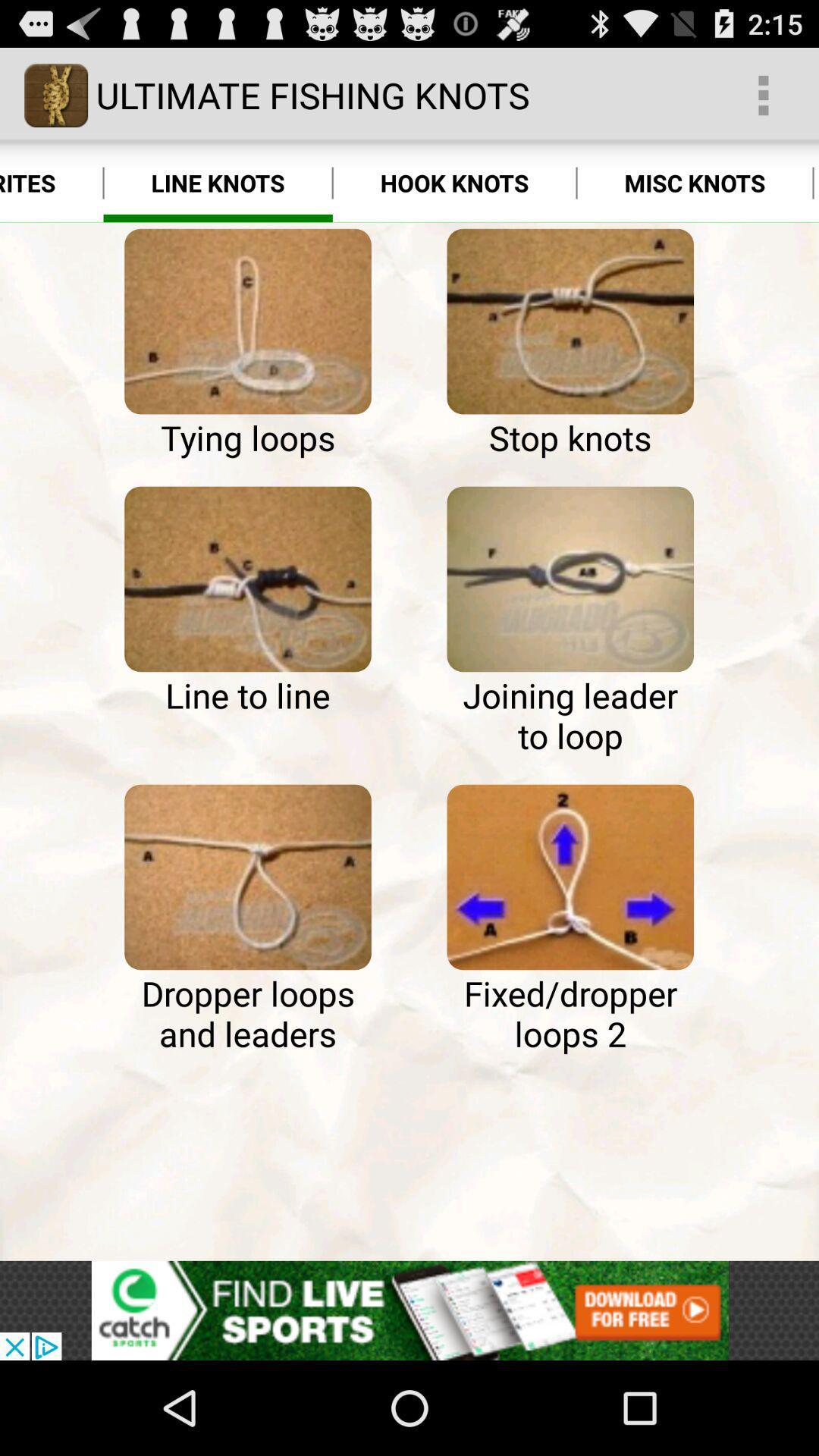 This screenshot has width=819, height=1456. I want to click on line to line knot, so click(247, 578).